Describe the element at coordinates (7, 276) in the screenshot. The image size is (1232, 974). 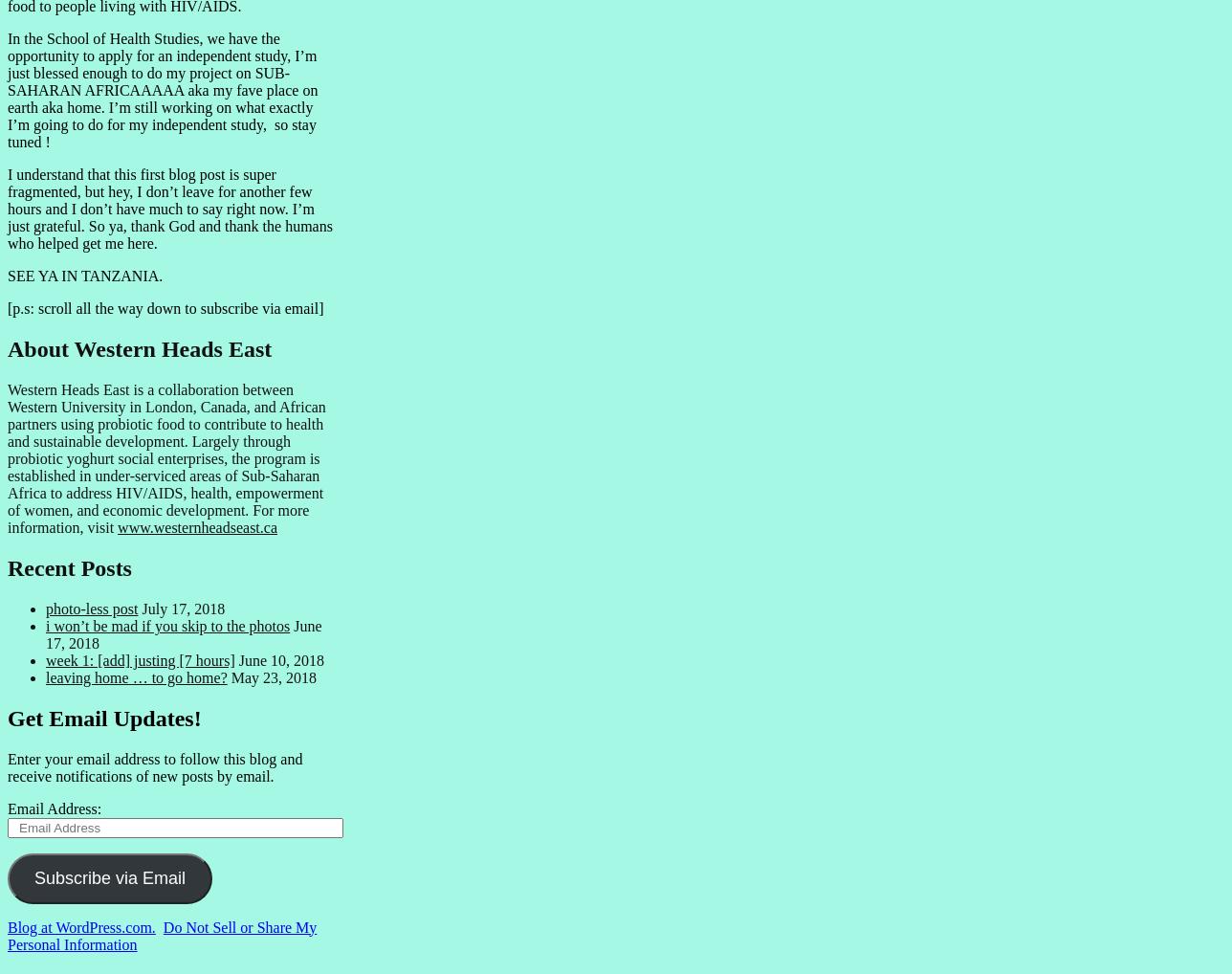
I see `'SEE YA IN TANZANIA.'` at that location.